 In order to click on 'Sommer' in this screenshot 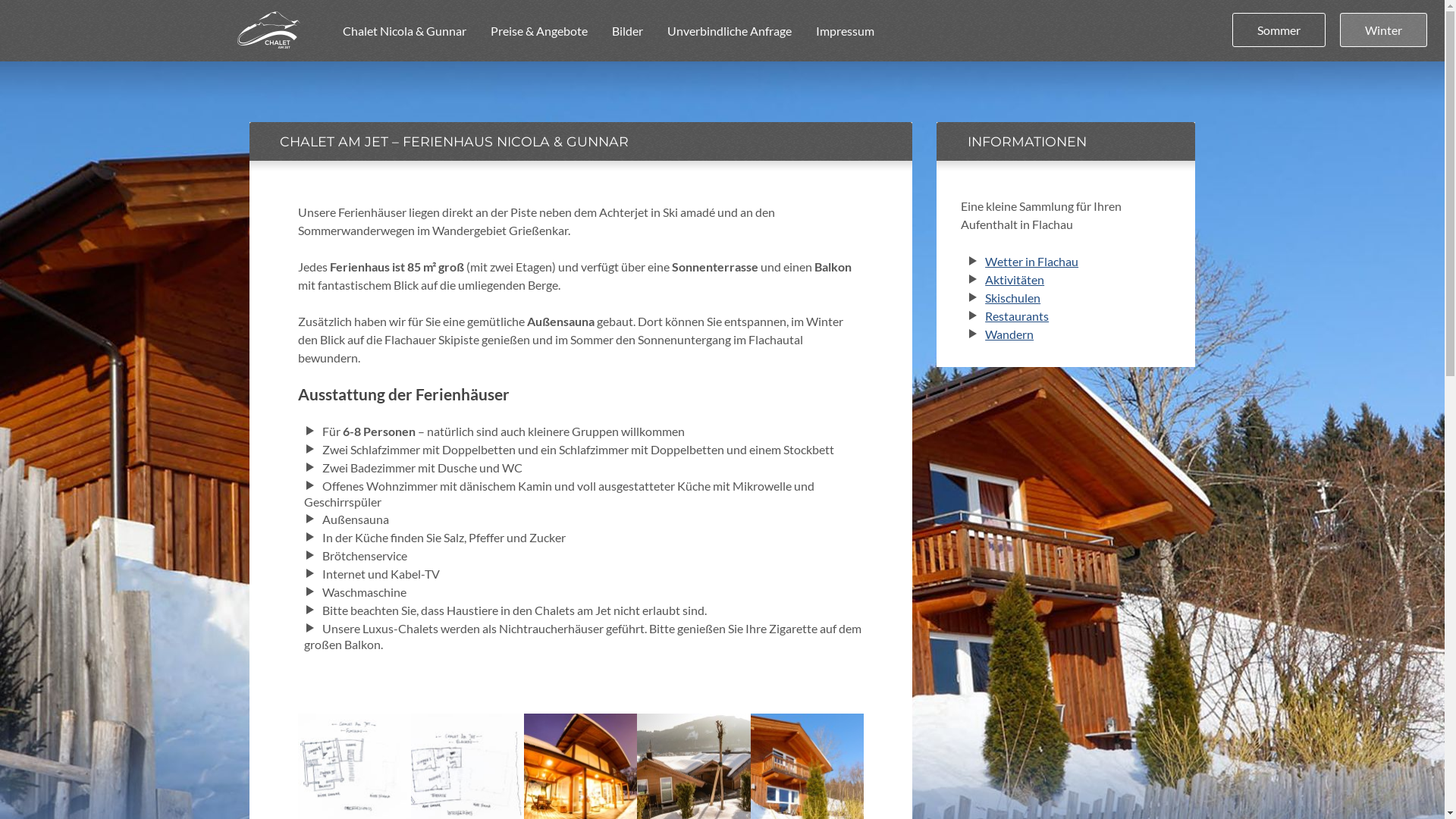, I will do `click(1278, 30)`.